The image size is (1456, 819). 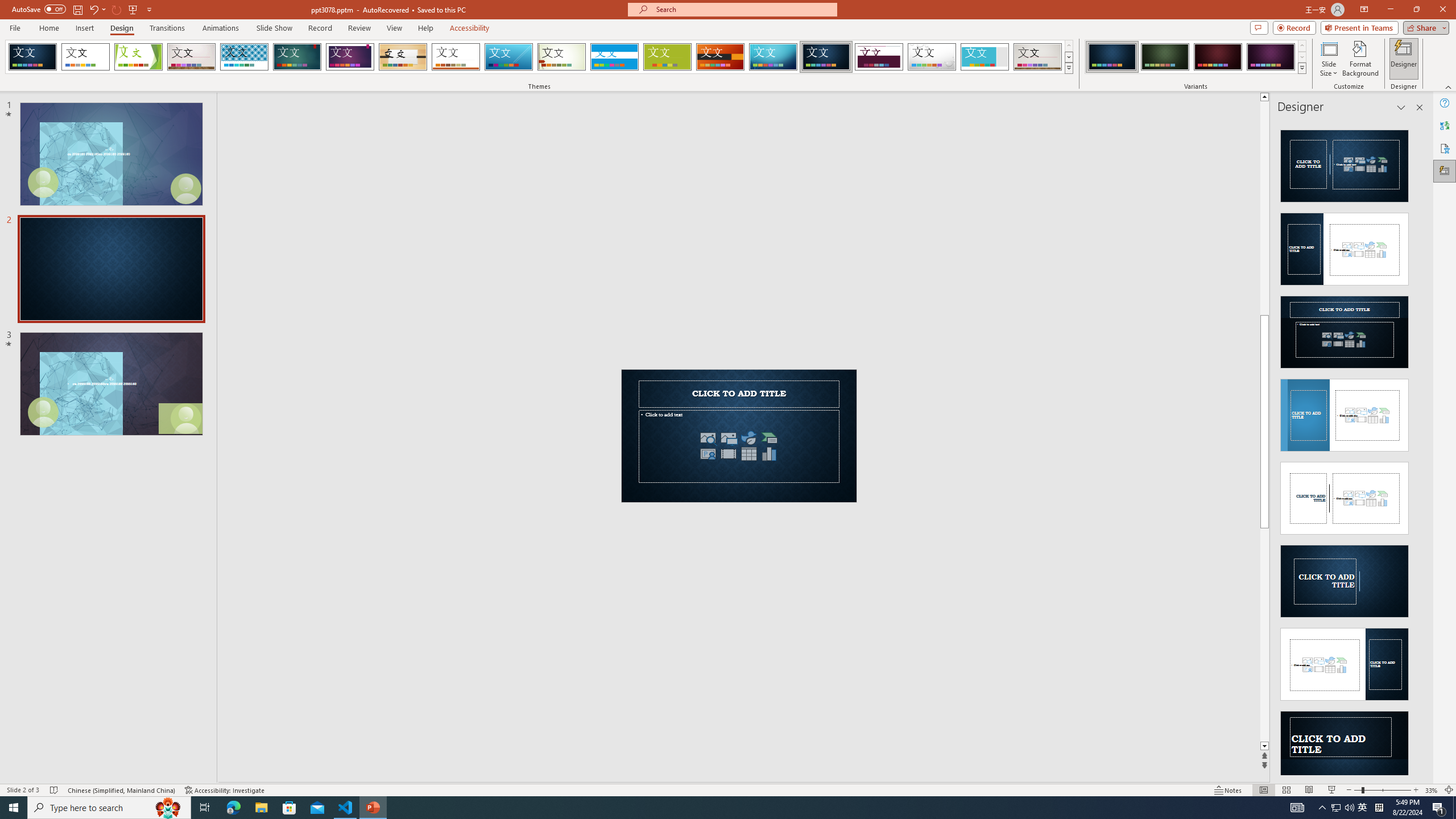 What do you see at coordinates (539, 56) in the screenshot?
I see `'AutomationID: SlideThemesGallery'` at bounding box center [539, 56].